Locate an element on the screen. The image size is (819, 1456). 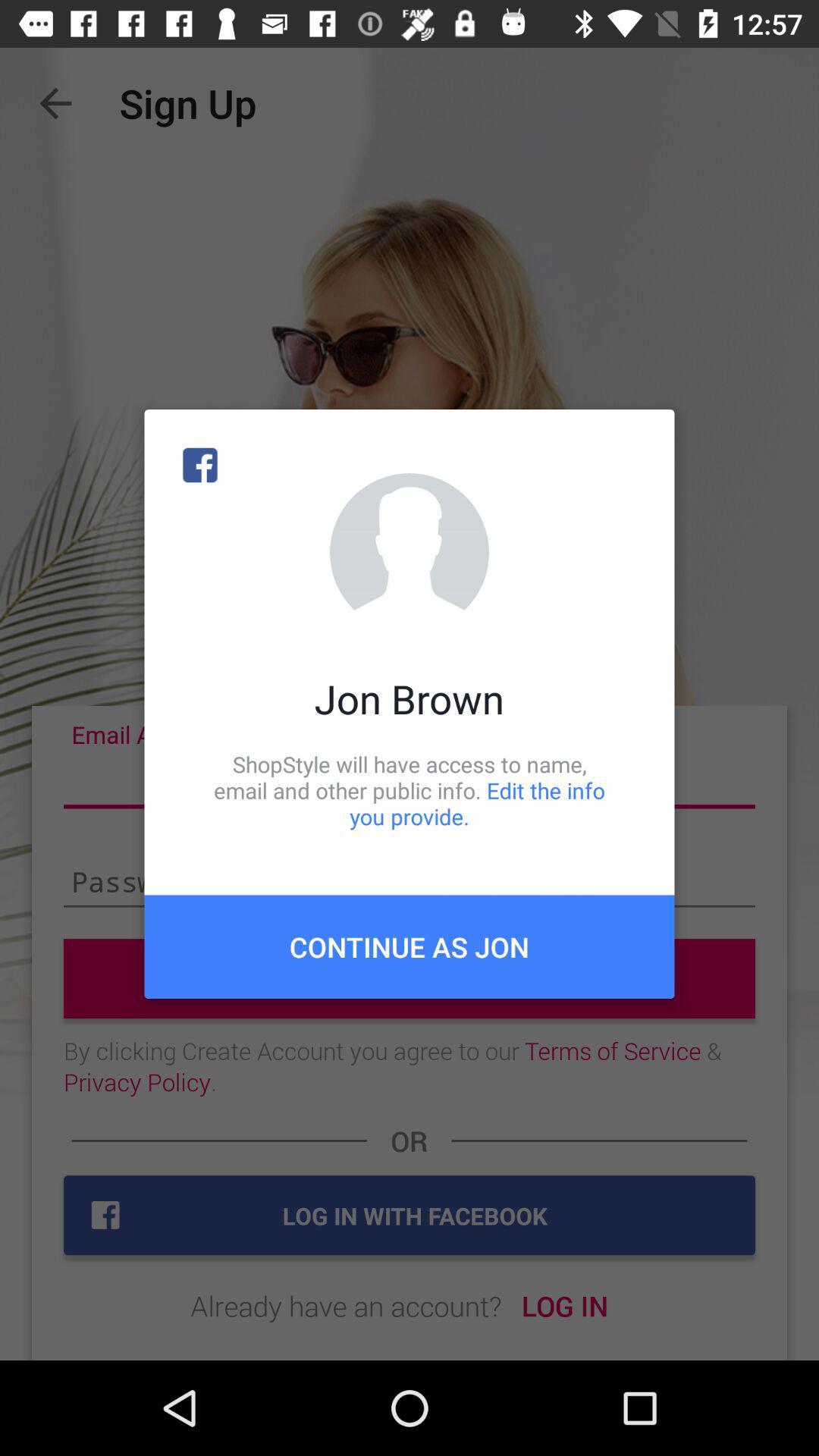
icon below the shopstyle will have item is located at coordinates (409, 946).